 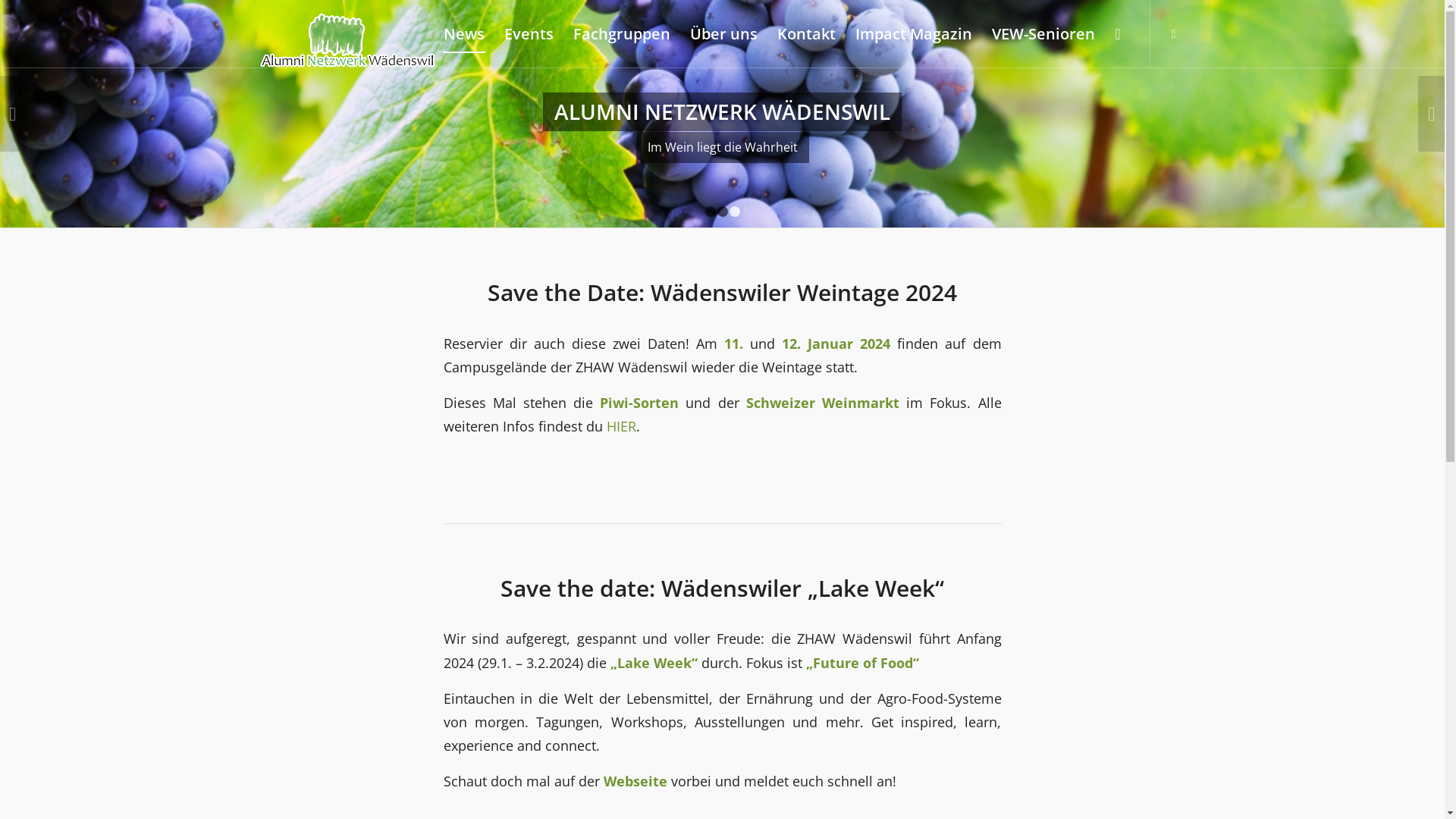 I want to click on 'VEW-Senioren', so click(x=982, y=34).